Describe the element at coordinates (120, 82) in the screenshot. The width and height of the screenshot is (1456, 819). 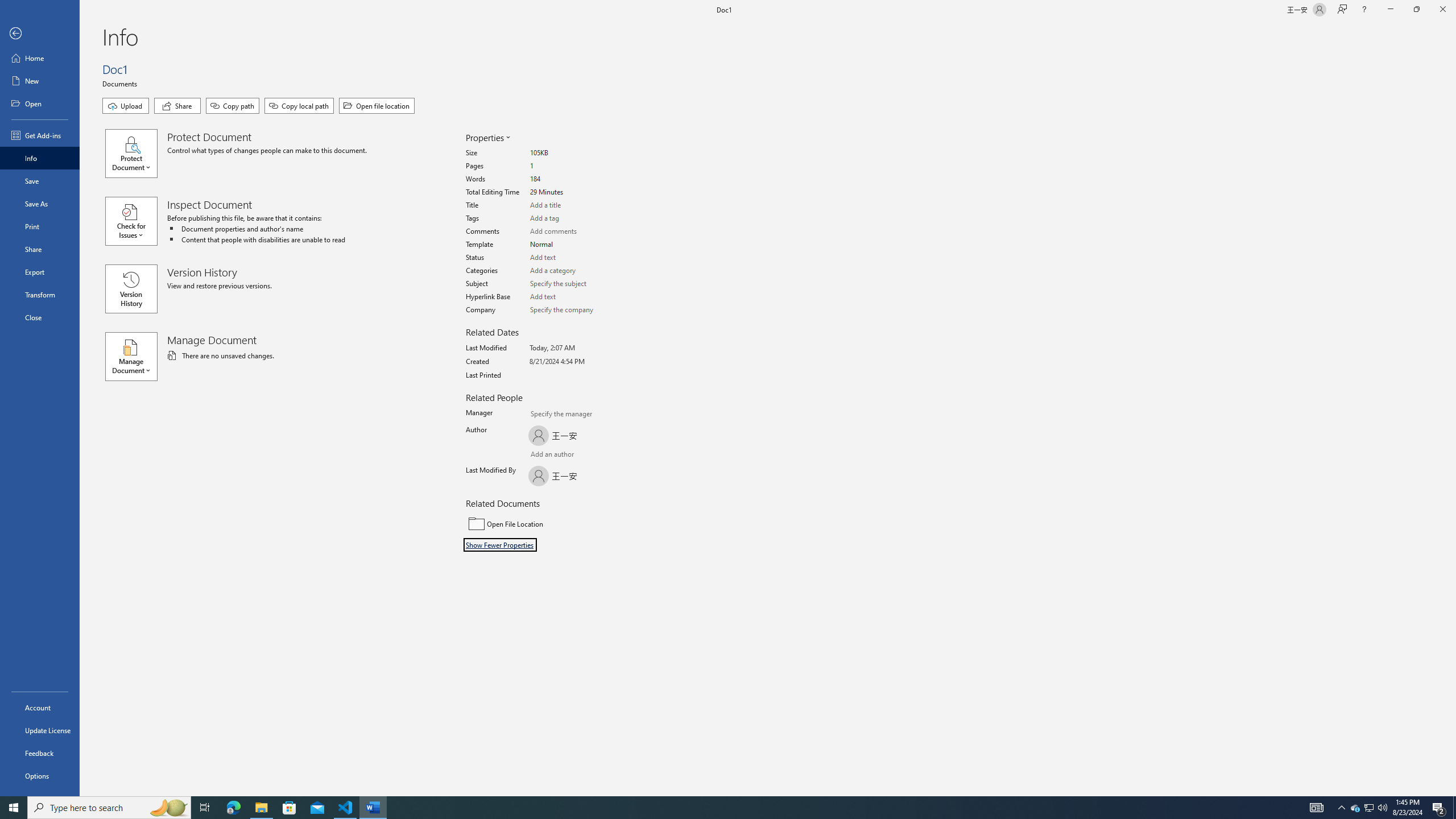
I see `'Documents'` at that location.